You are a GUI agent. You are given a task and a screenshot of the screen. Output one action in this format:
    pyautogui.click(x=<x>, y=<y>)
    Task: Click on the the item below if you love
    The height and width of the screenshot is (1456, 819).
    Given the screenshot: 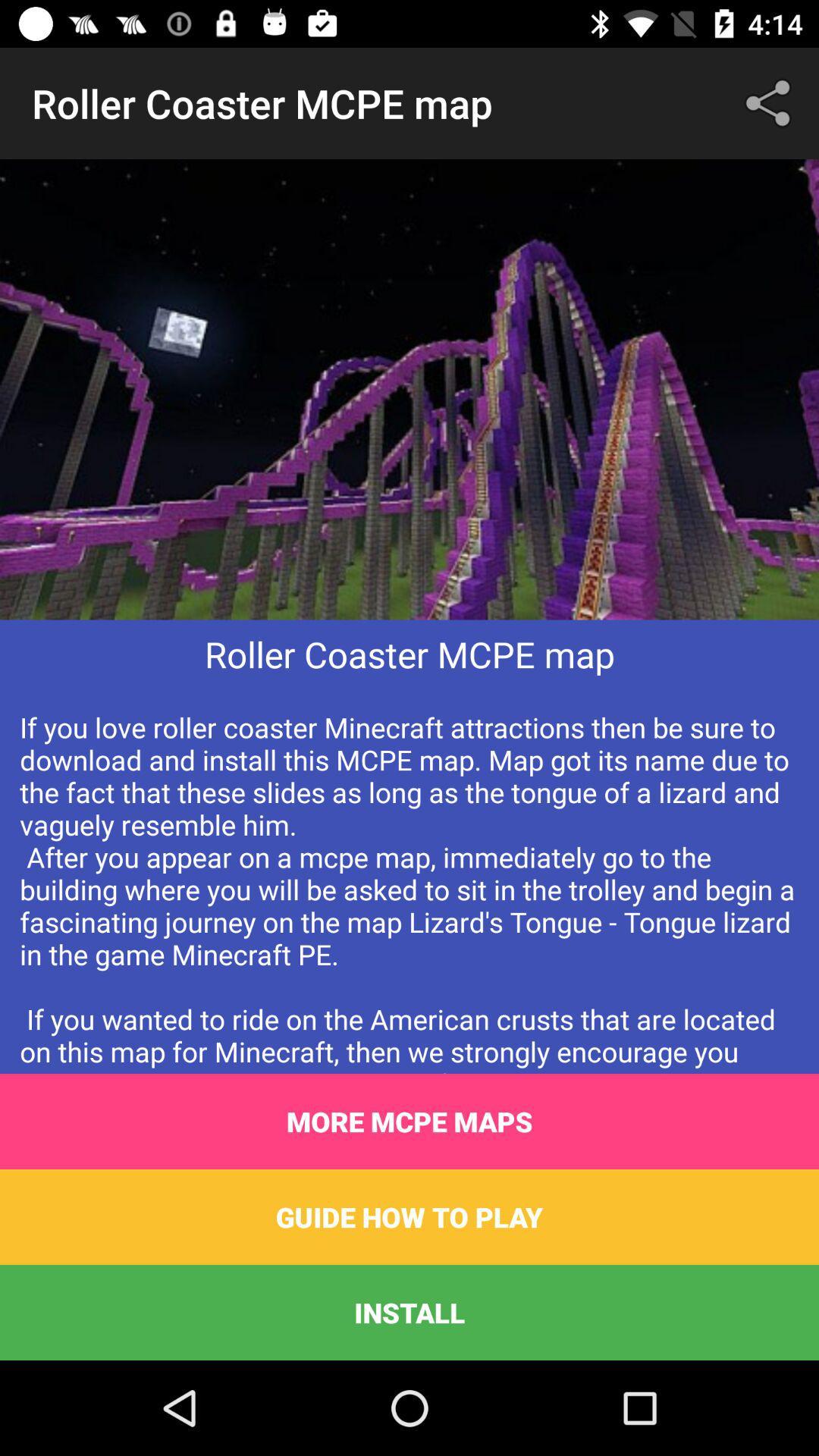 What is the action you would take?
    pyautogui.click(x=409, y=1121)
    